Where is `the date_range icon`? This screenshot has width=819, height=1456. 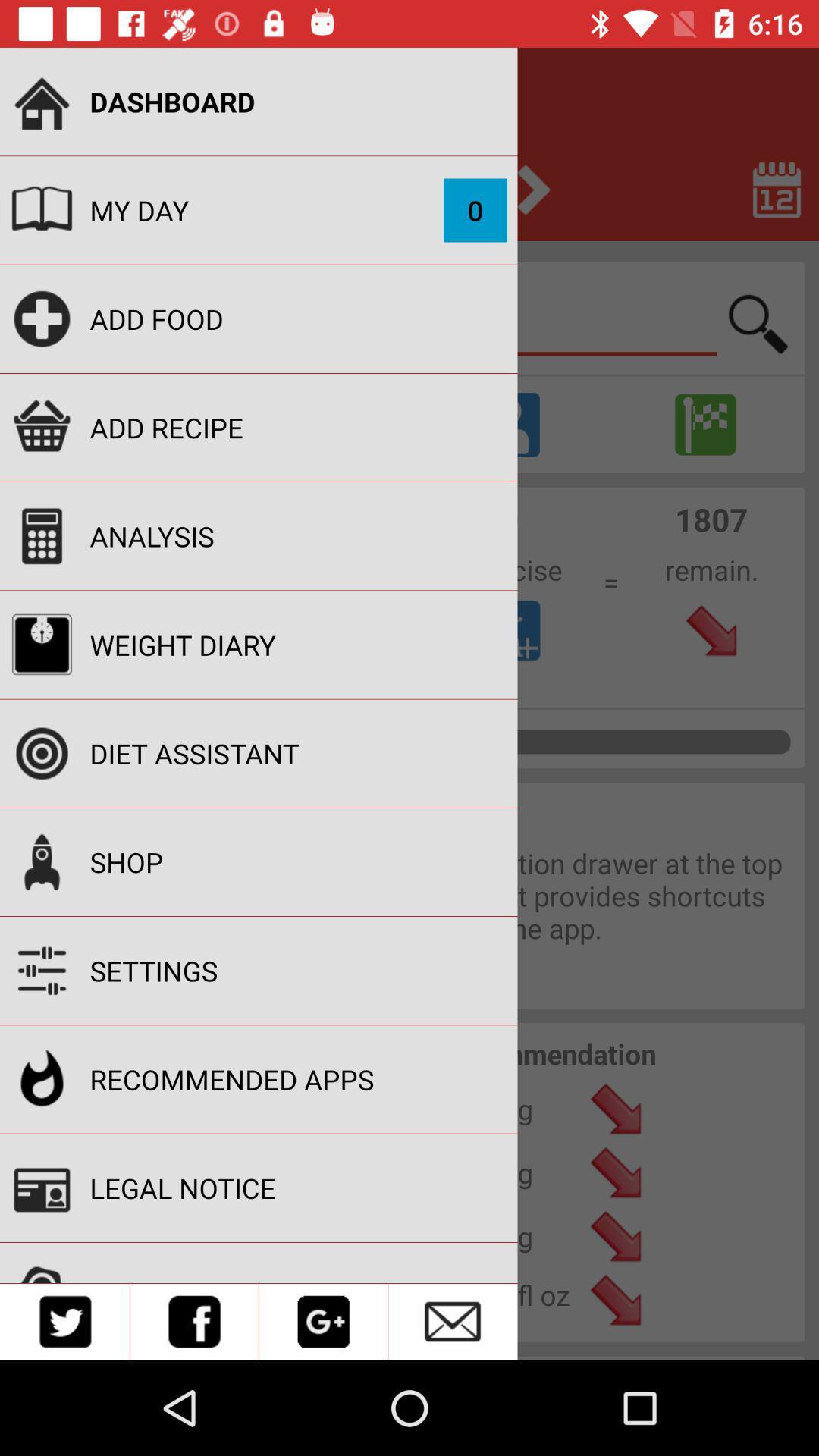
the date_range icon is located at coordinates (777, 189).